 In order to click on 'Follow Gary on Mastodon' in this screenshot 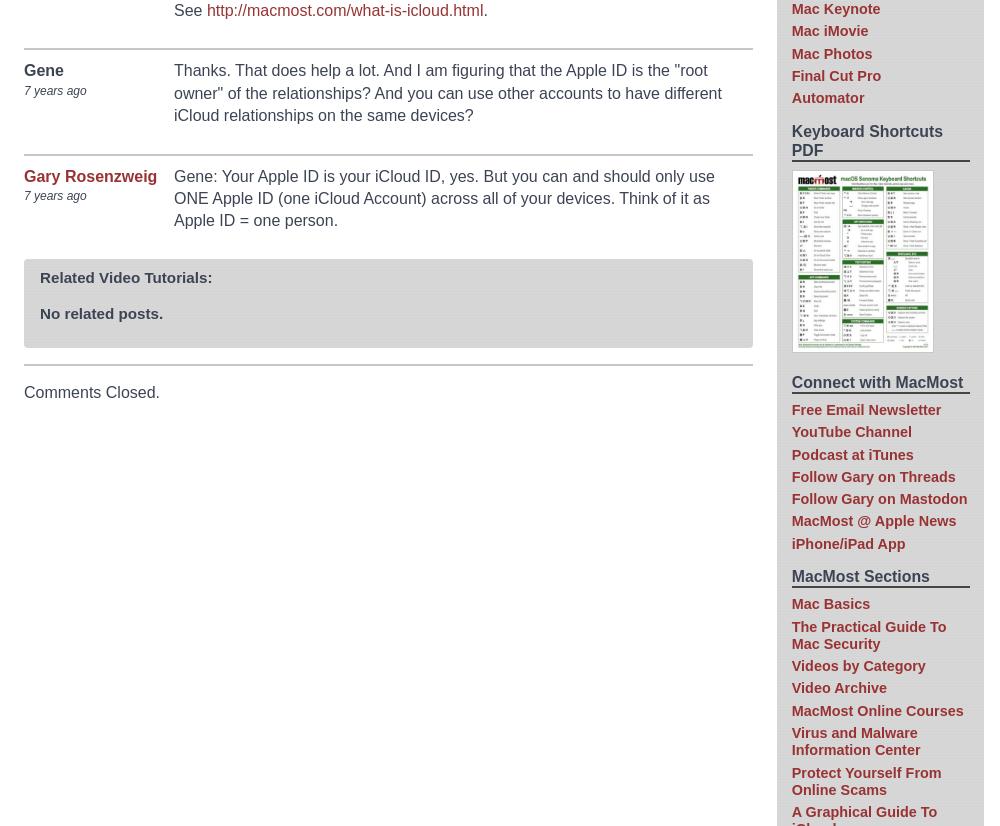, I will do `click(791, 498)`.